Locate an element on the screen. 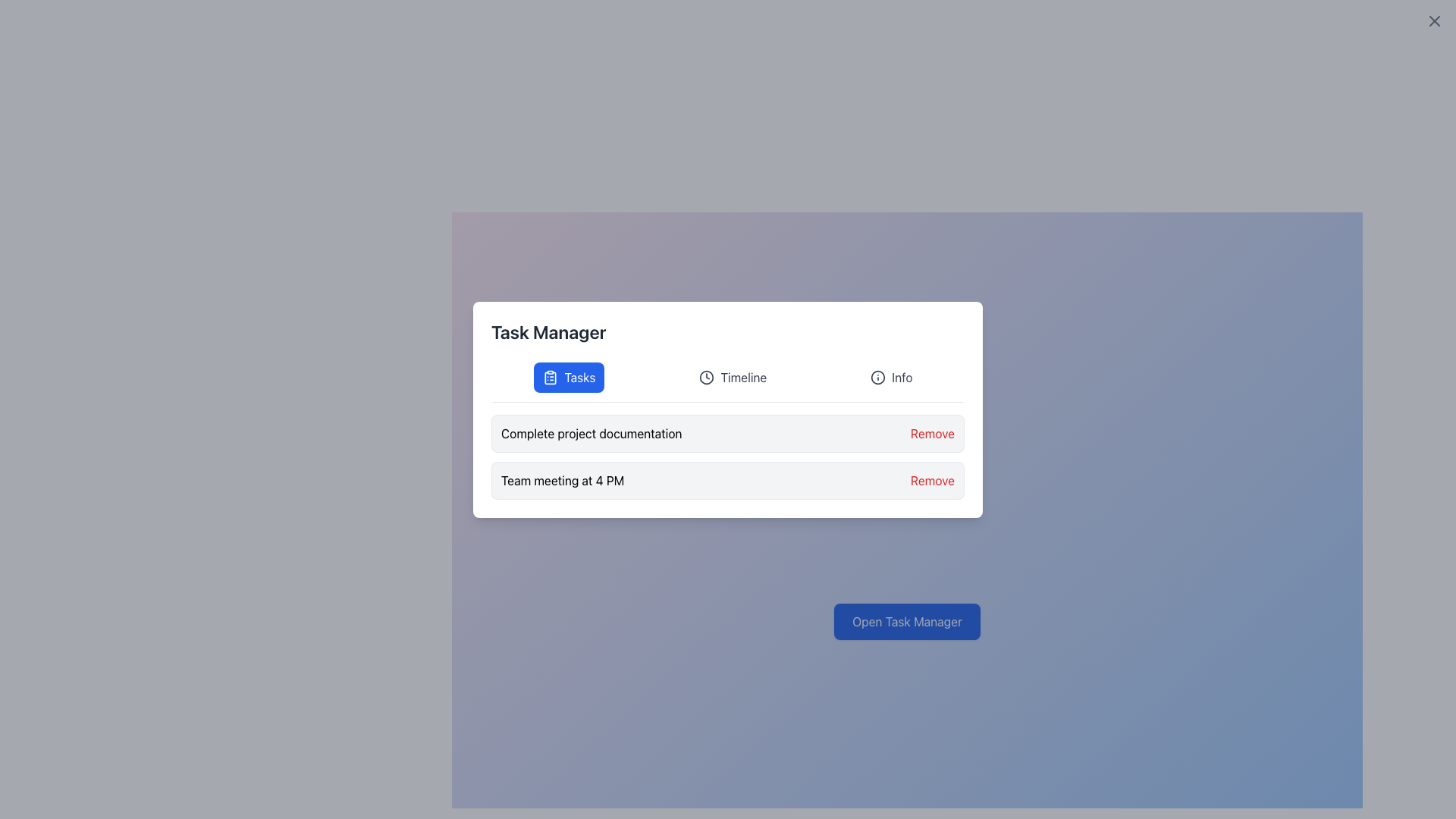  the 'Timeline' label, which is styled in a sleek sans-serif font and located in the center of the interface is located at coordinates (743, 376).